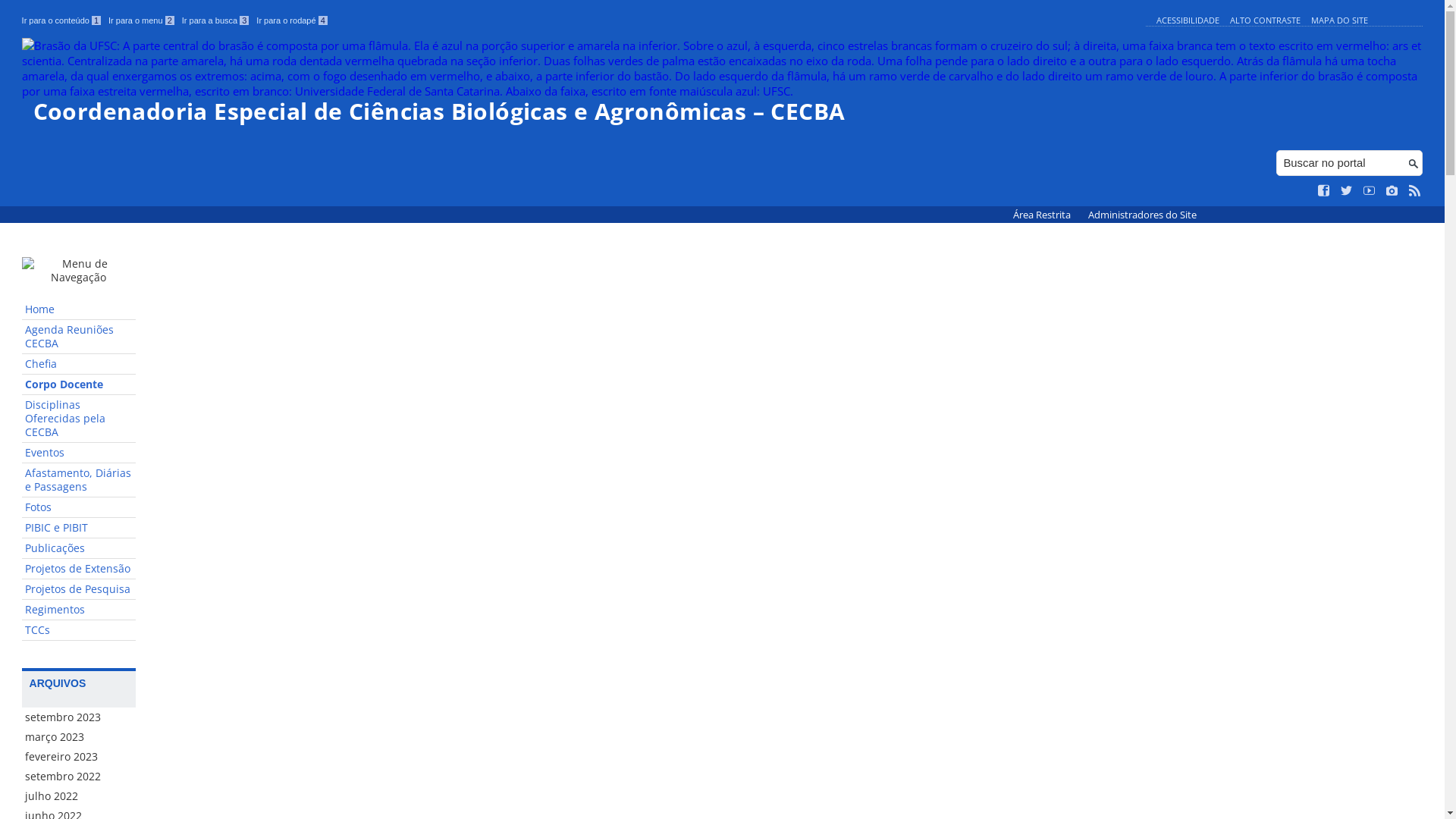 The width and height of the screenshot is (1456, 819). I want to click on 'MAPA DO SITE', so click(1339, 20).